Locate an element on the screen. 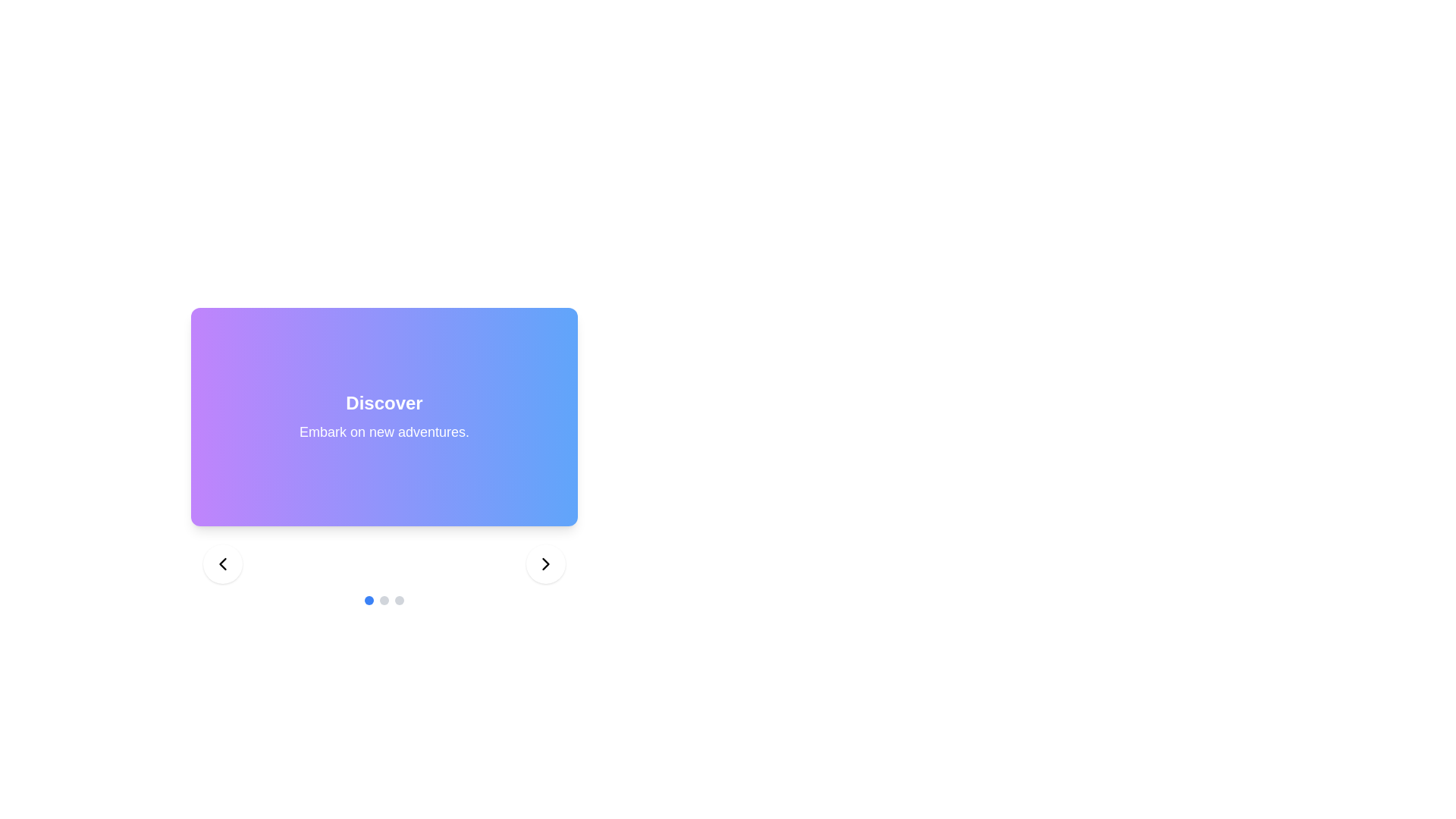 The image size is (1456, 819). the right-pointing chevron icon located at the bottom-right side of the 'Discover' UI card to trigger the hover effect is located at coordinates (546, 564).